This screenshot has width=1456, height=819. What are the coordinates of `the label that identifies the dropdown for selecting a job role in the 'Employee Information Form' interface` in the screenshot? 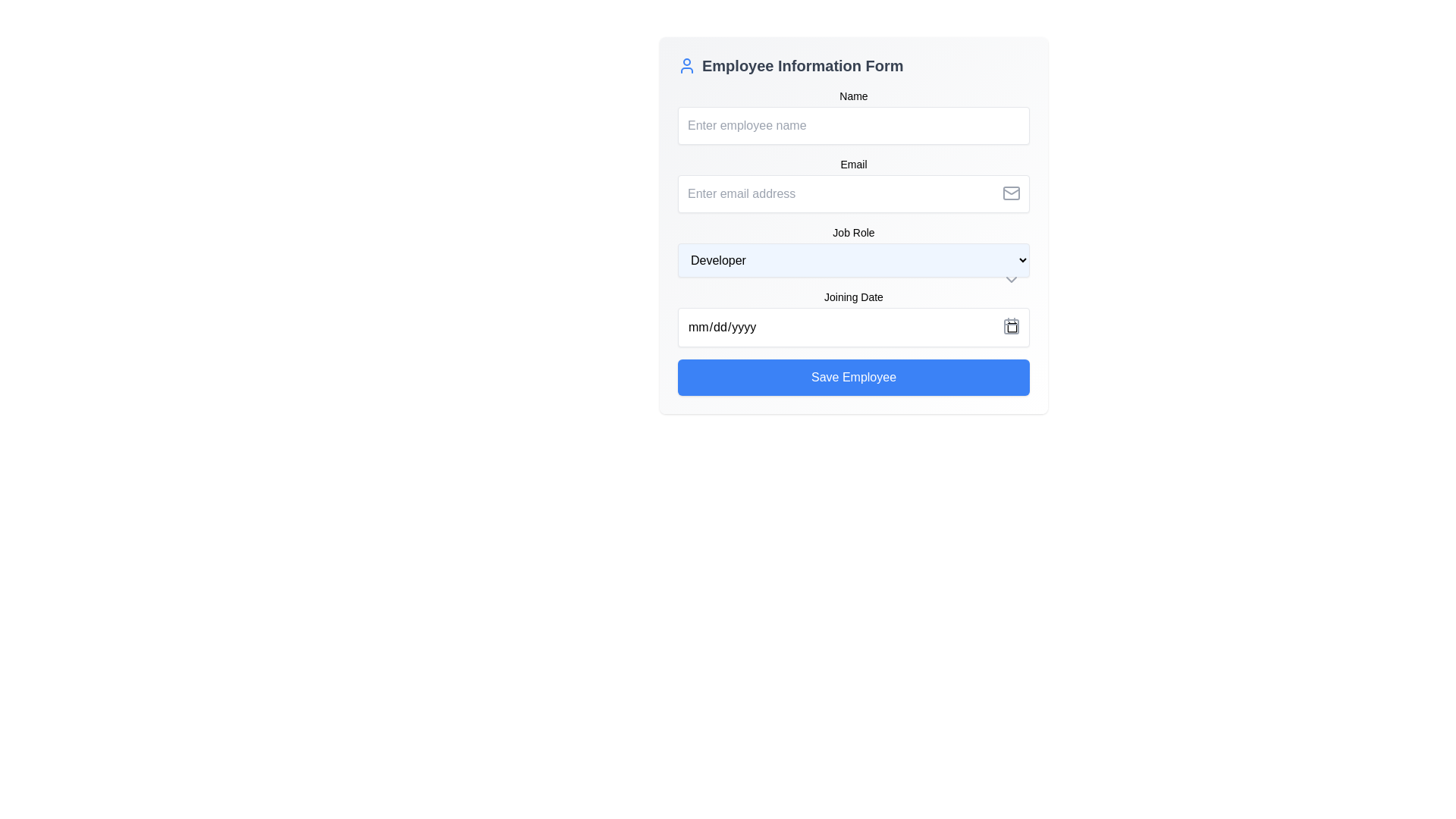 It's located at (854, 233).